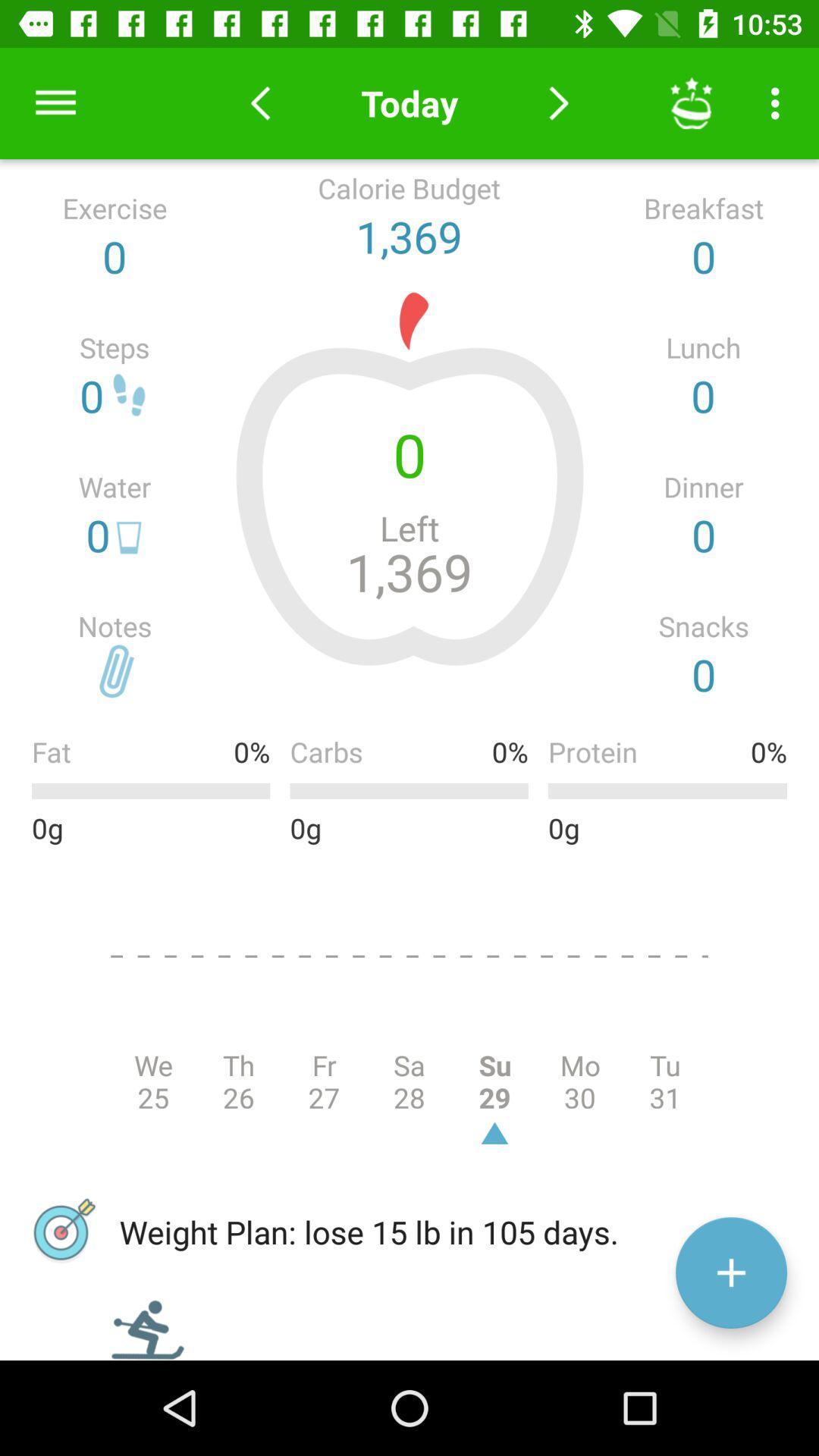 This screenshot has width=819, height=1456. Describe the element at coordinates (559, 102) in the screenshot. I see `to to next day` at that location.